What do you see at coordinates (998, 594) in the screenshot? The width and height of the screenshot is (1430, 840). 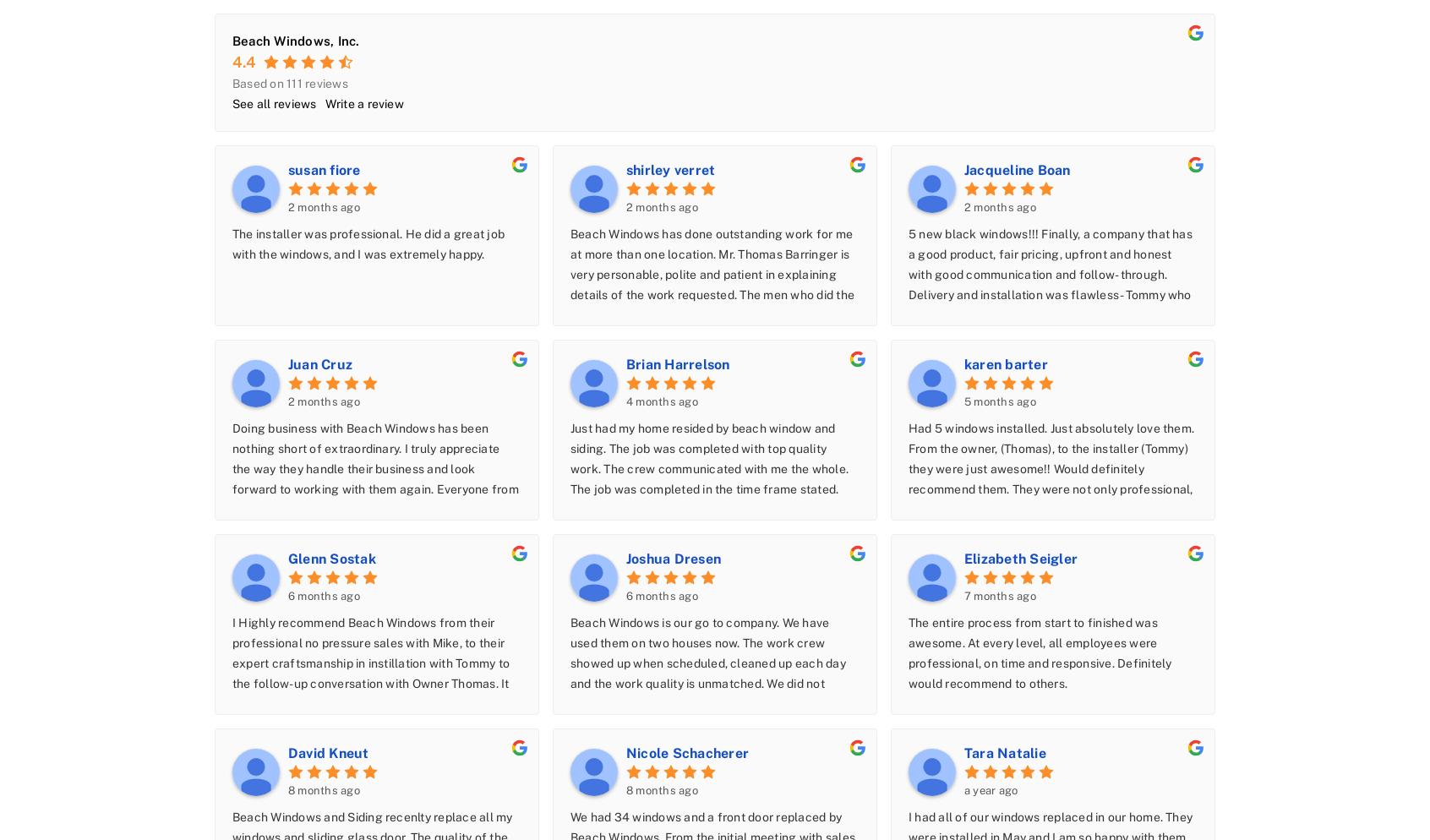 I see `'7 months ago'` at bounding box center [998, 594].